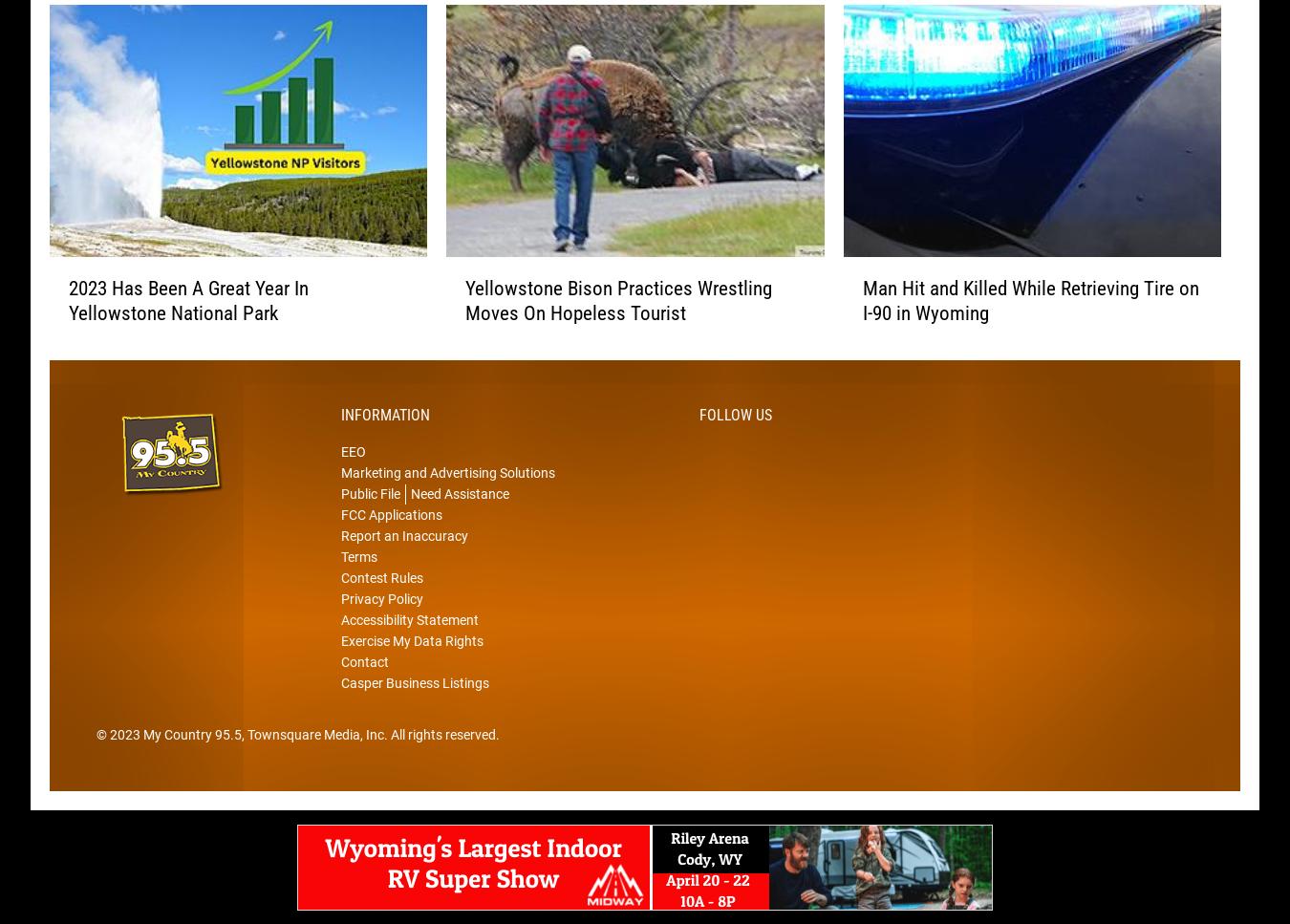  I want to click on 'FCC Applications', so click(391, 544).